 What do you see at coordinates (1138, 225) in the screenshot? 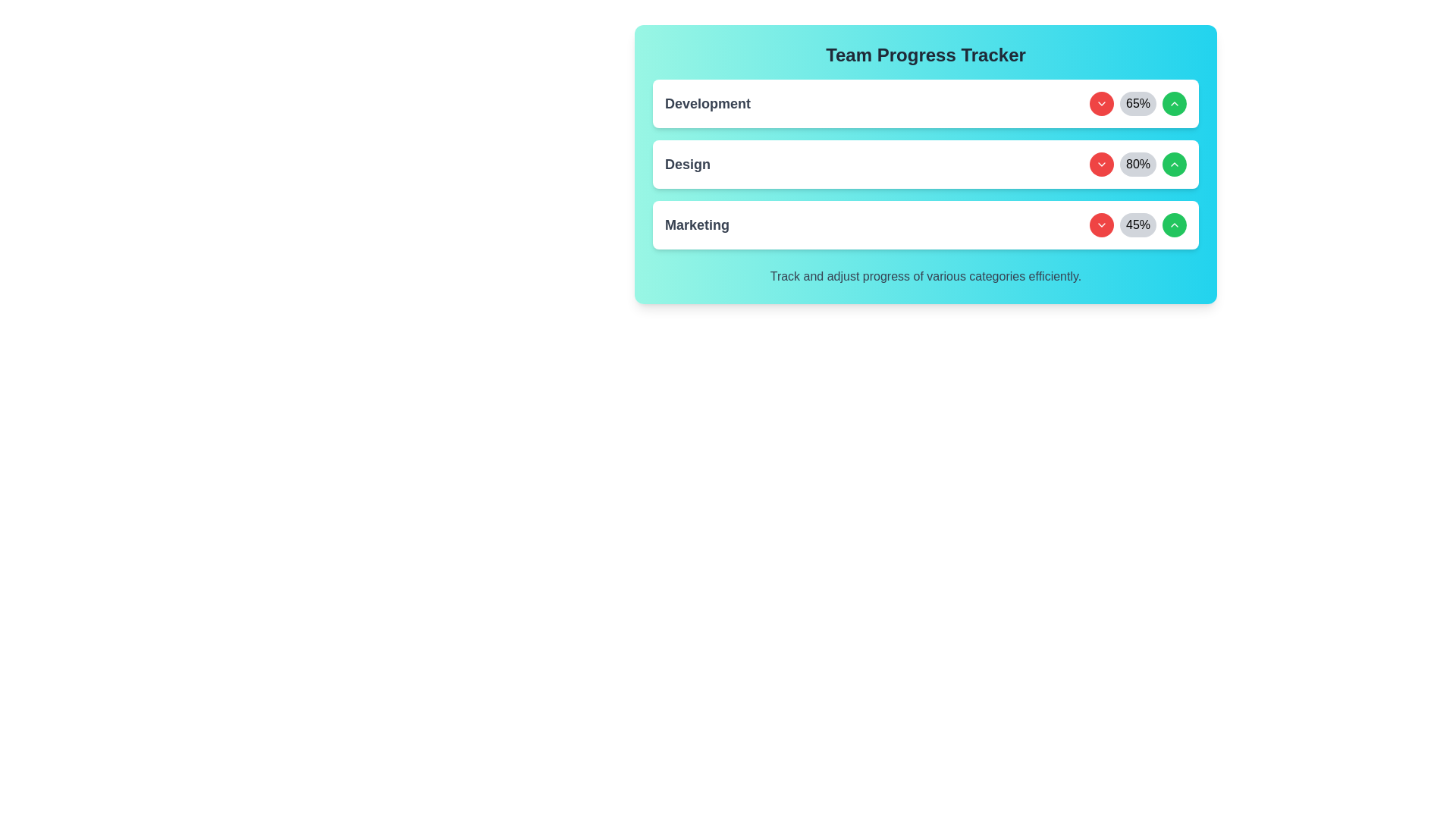
I see `the static text display that shows the percentage value of completion in the third row of the 'Marketing' section, located between a red circular button and a green circular button` at bounding box center [1138, 225].